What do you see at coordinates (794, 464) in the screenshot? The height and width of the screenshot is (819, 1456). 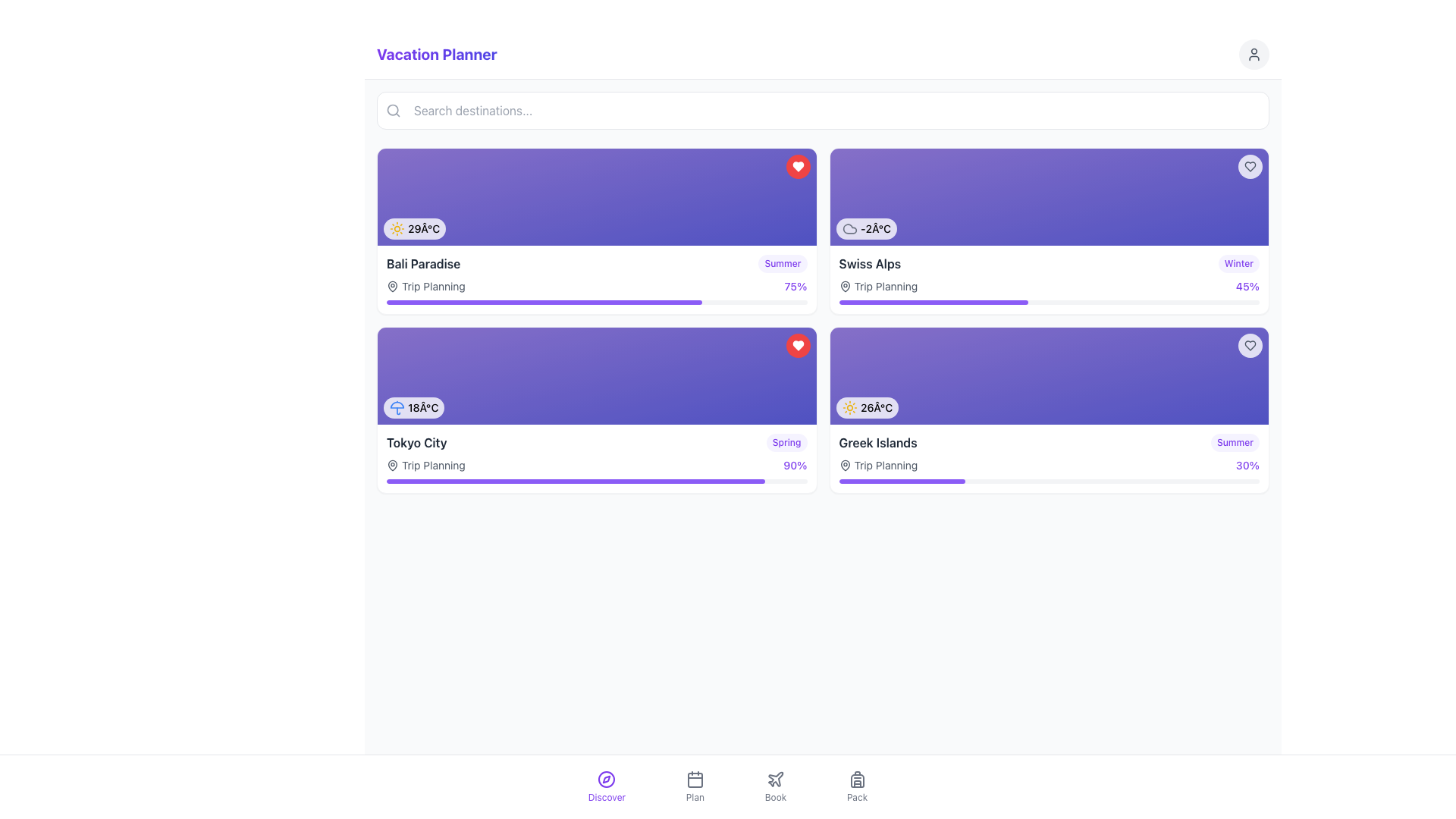 I see `the text '90%' displayed in a violet-colored font near the bottom-right corner of the 'Tokyo City' card layout` at bounding box center [794, 464].